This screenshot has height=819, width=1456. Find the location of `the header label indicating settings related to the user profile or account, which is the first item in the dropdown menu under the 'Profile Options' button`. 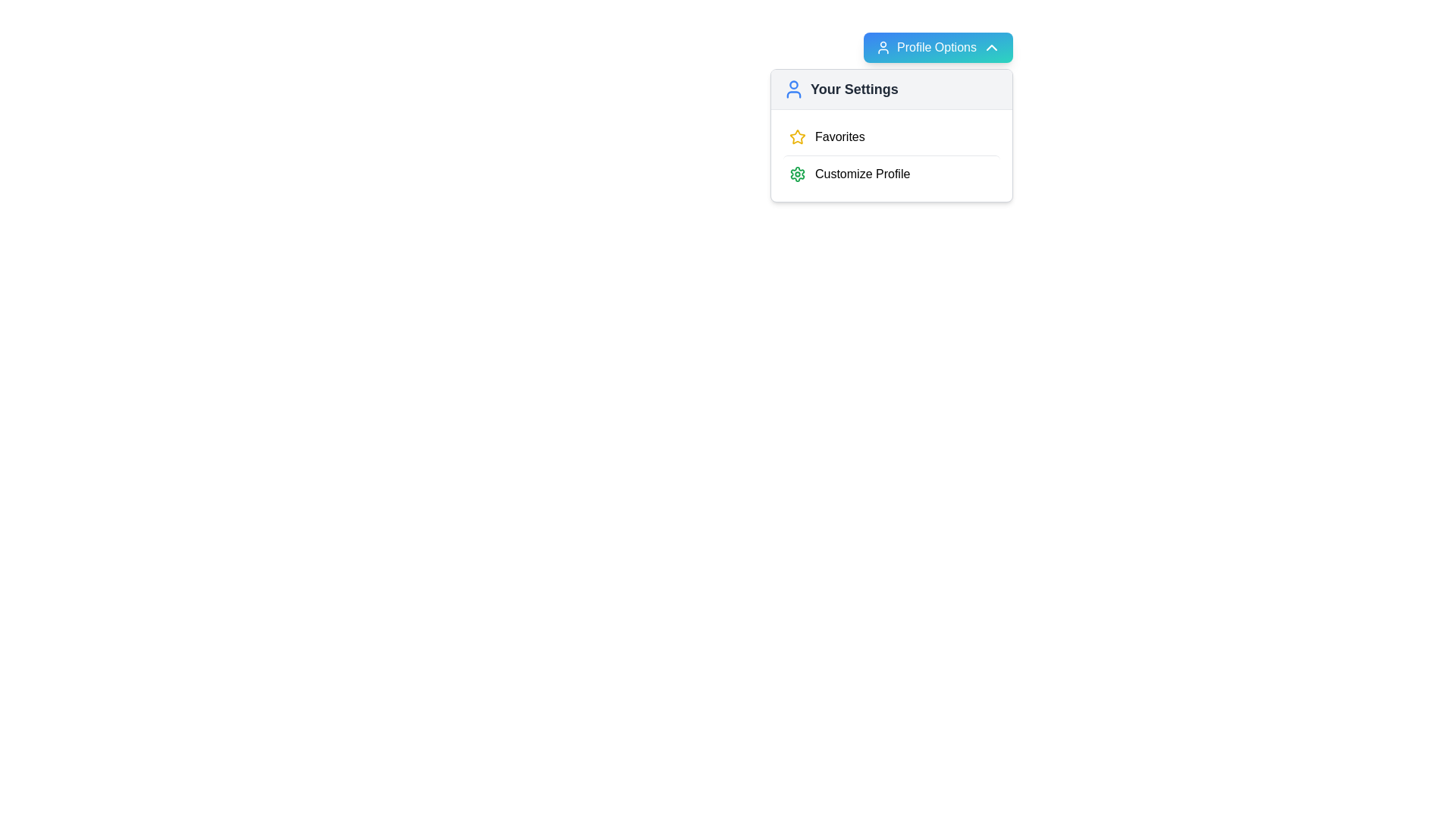

the header label indicating settings related to the user profile or account, which is the first item in the dropdown menu under the 'Profile Options' button is located at coordinates (854, 89).